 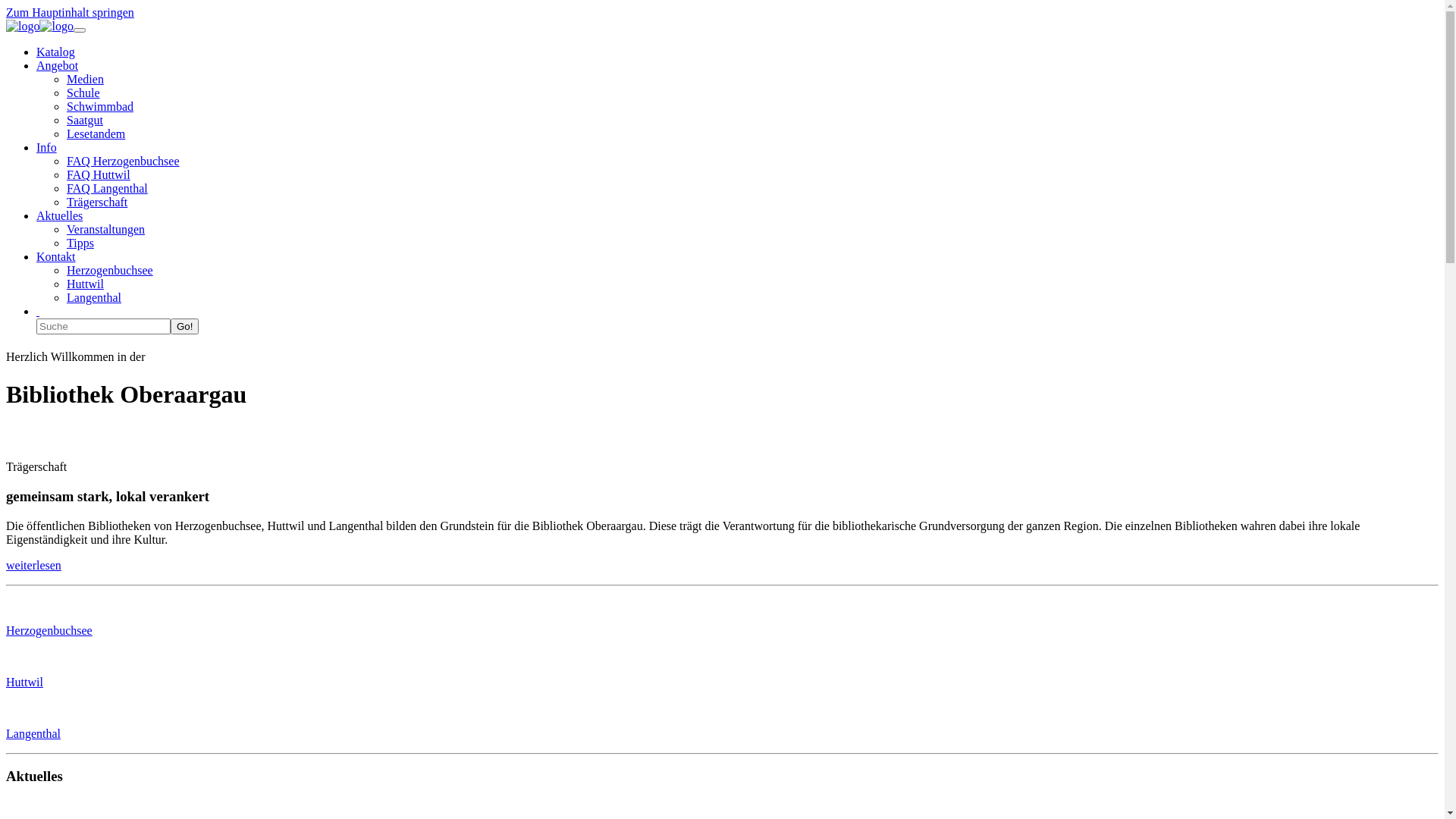 What do you see at coordinates (33, 565) in the screenshot?
I see `'weiterlesen'` at bounding box center [33, 565].